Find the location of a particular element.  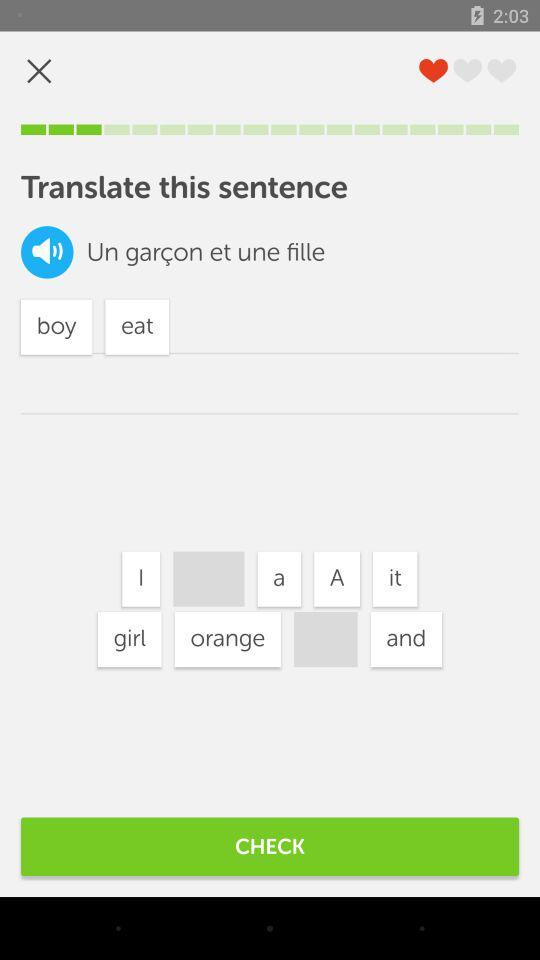

the volume icon is located at coordinates (47, 251).